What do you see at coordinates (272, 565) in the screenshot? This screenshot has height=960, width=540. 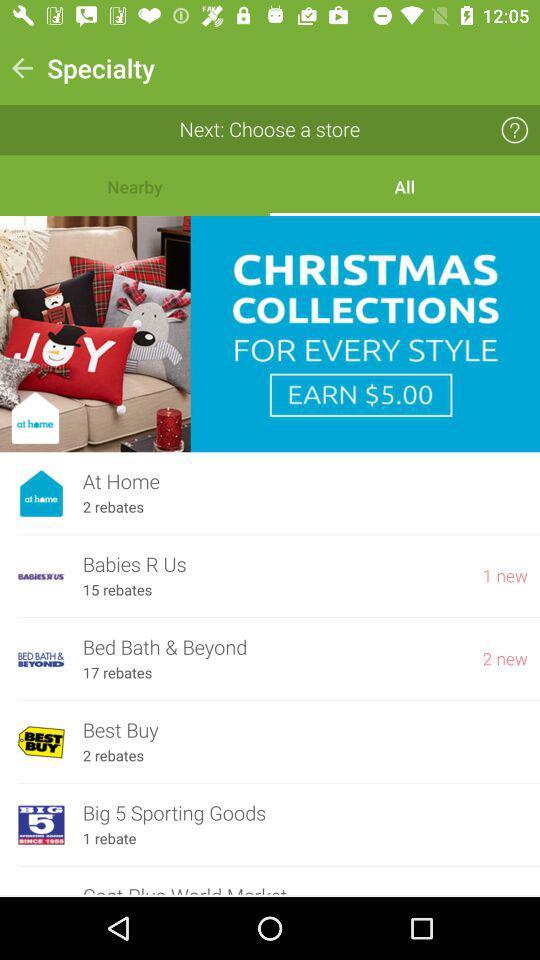 I see `the icon above the 15 rebates item` at bounding box center [272, 565].